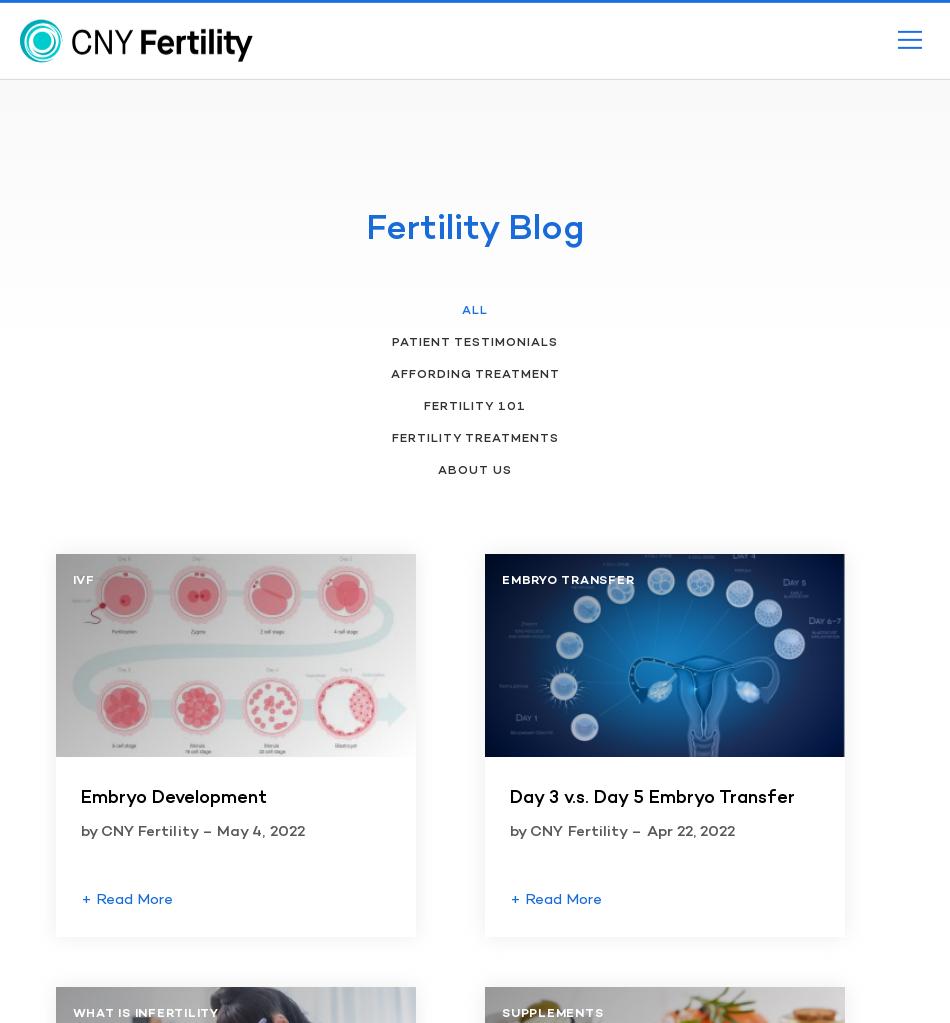 This screenshot has width=950, height=1023. I want to click on 'Patient Testimonials', so click(390, 343).